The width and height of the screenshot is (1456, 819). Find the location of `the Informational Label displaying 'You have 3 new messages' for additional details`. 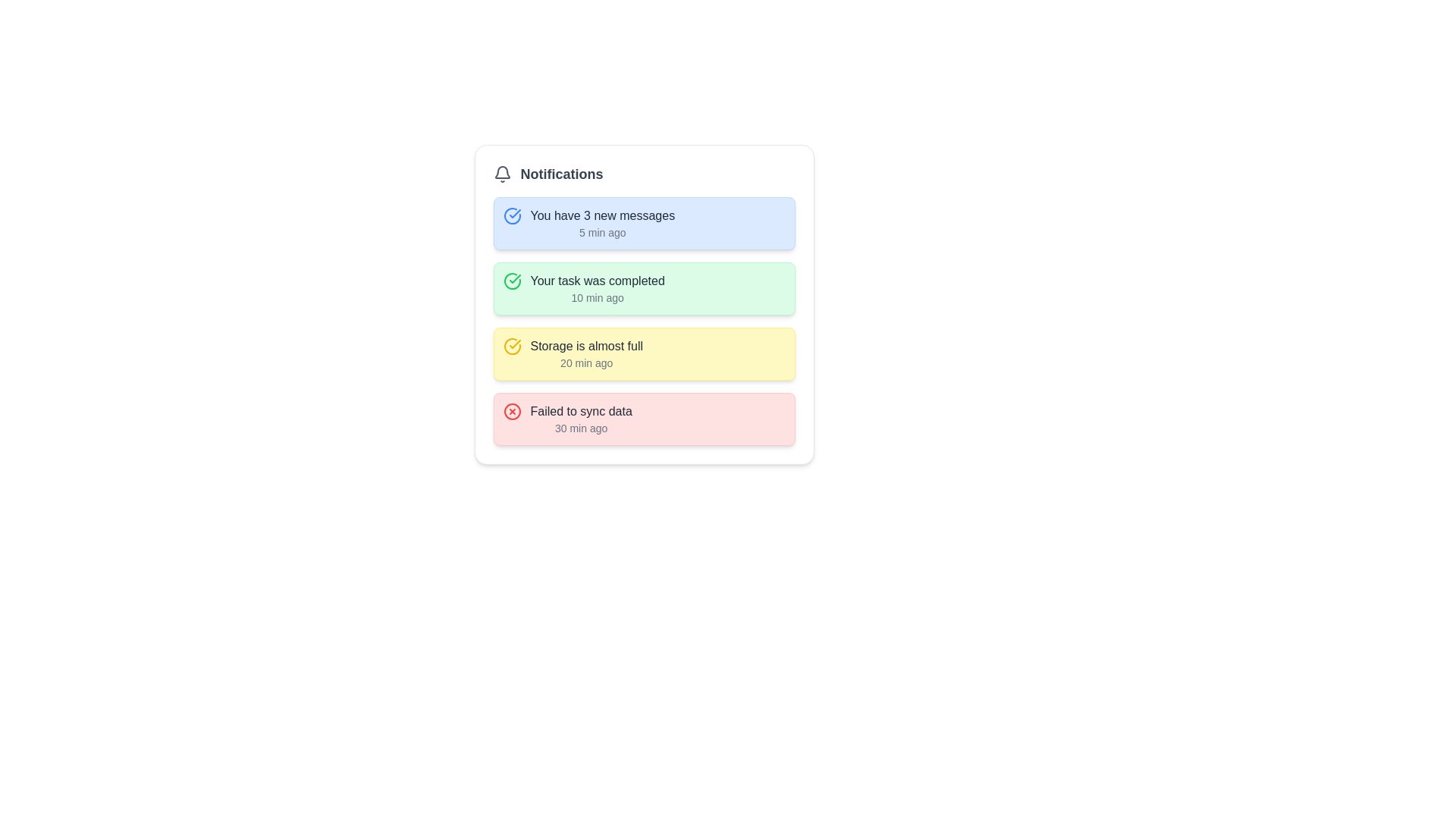

the Informational Label displaying 'You have 3 new messages' for additional details is located at coordinates (601, 223).